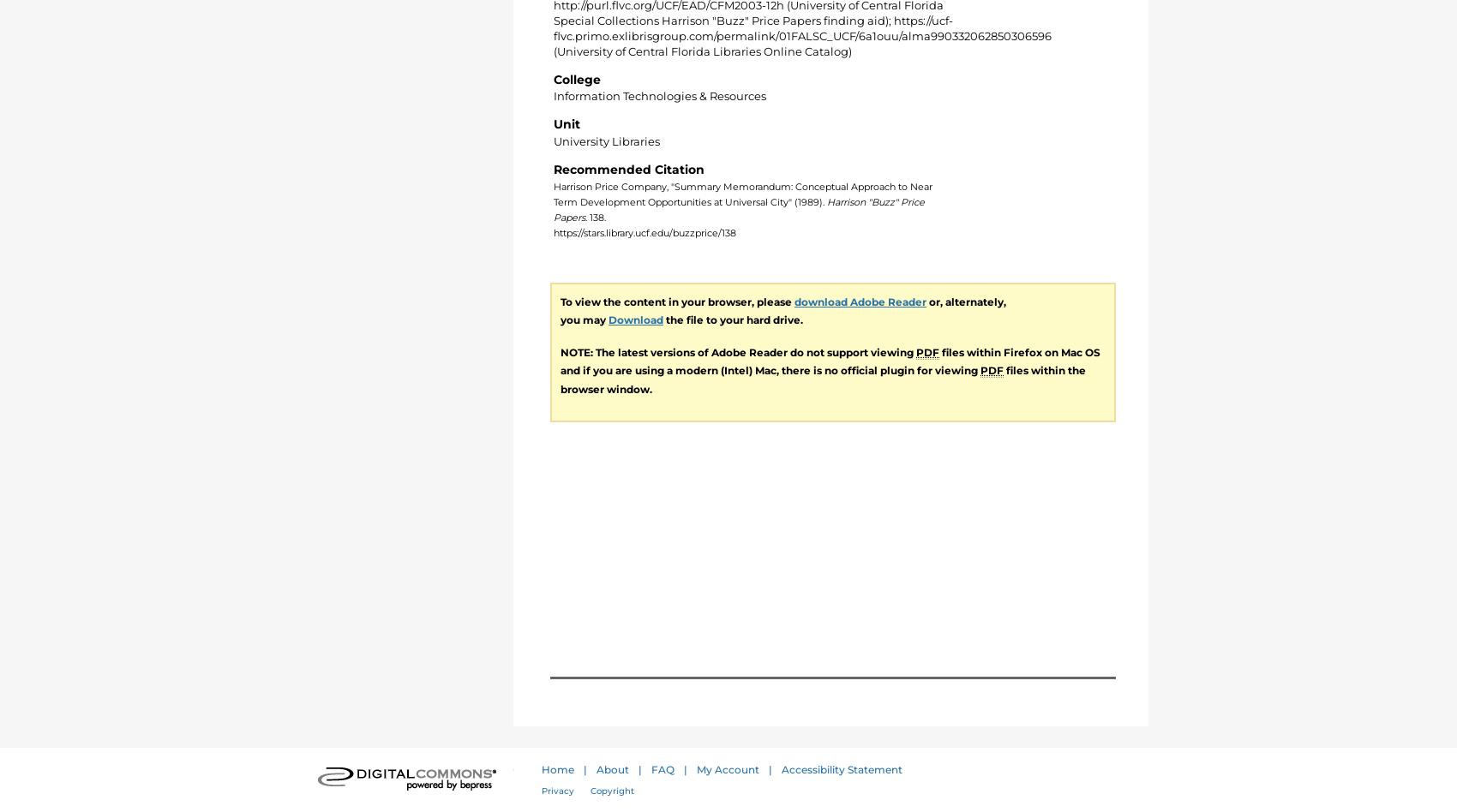 The width and height of the screenshot is (1457, 812). Describe the element at coordinates (567, 123) in the screenshot. I see `'Unit'` at that location.